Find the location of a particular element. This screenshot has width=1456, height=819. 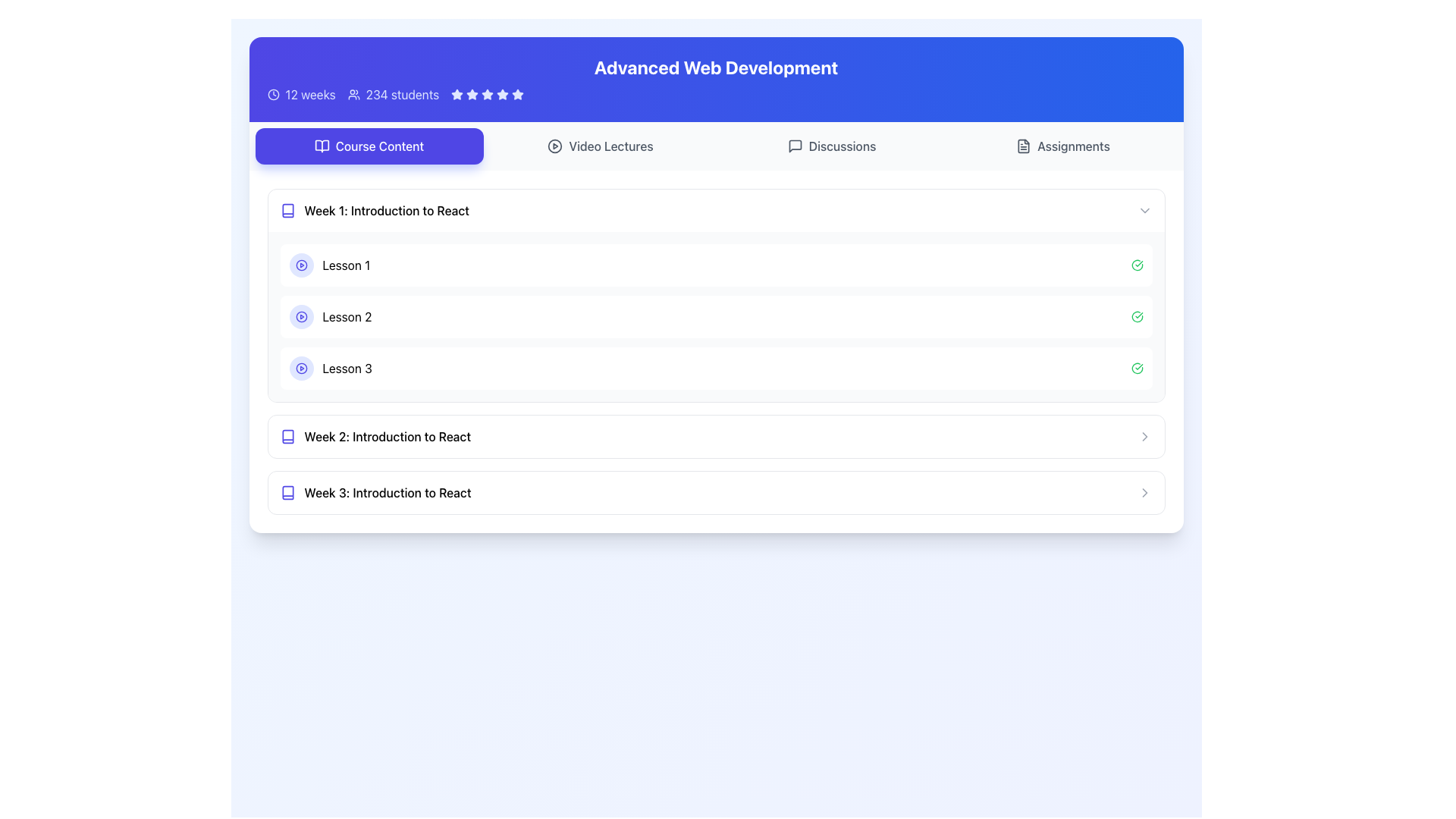

the third star in the horizontal series of five stars to rate it is located at coordinates (488, 94).